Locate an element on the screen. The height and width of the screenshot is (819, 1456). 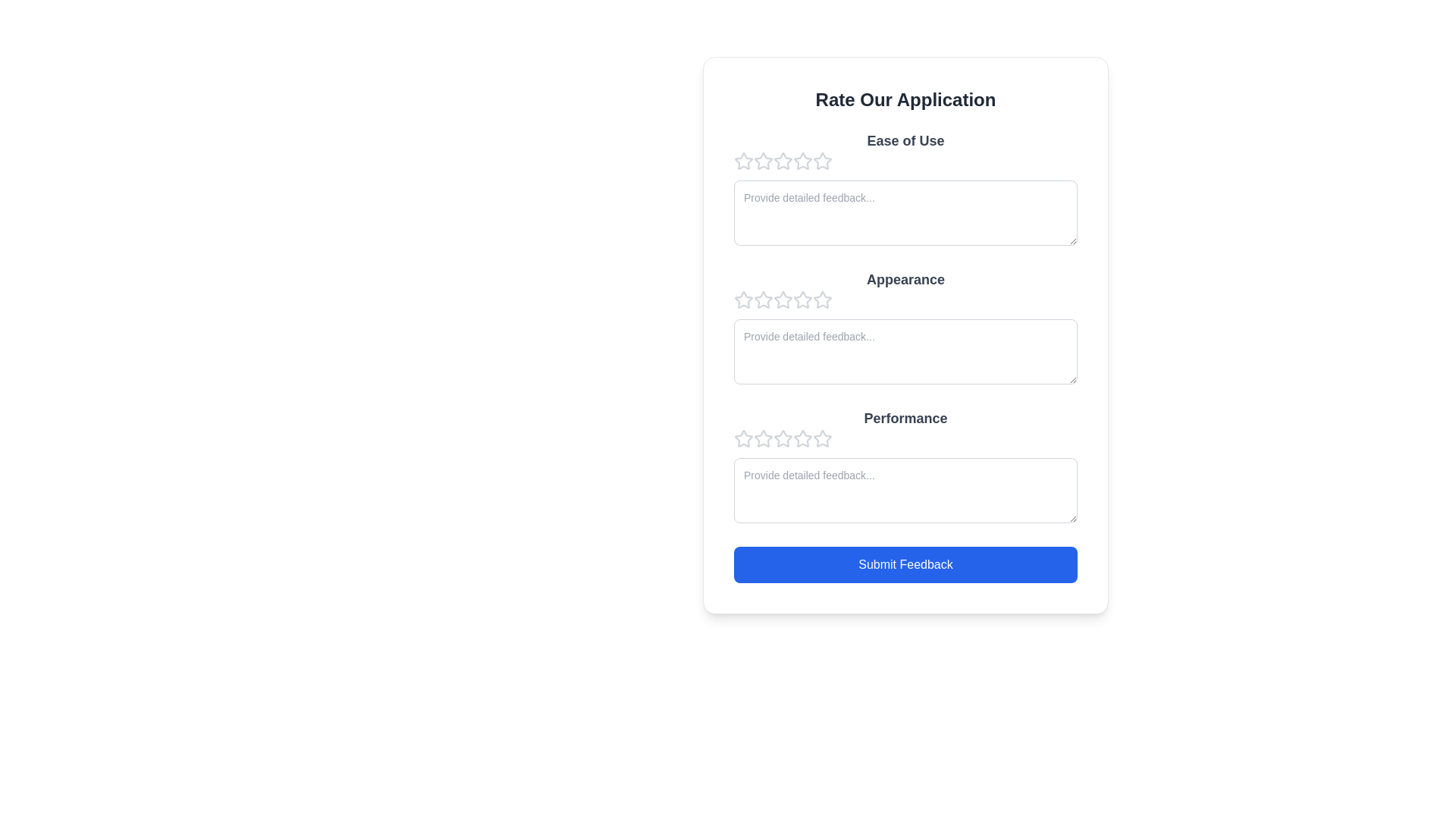
the second star from the left in the rating system is located at coordinates (801, 299).